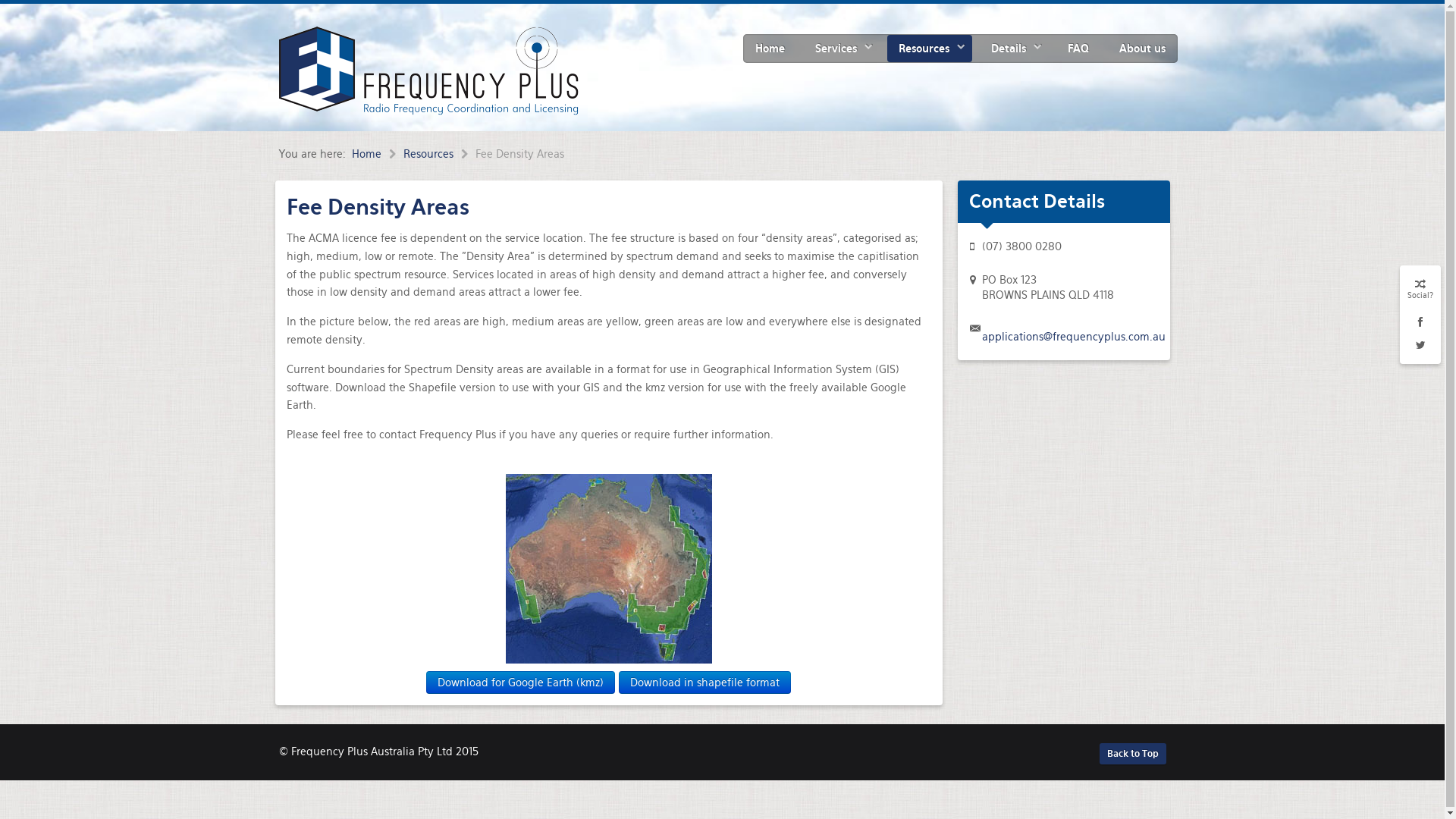 Image resolution: width=1456 pixels, height=819 pixels. Describe the element at coordinates (1072, 335) in the screenshot. I see `'applications@frequencyplus.com.au'` at that location.